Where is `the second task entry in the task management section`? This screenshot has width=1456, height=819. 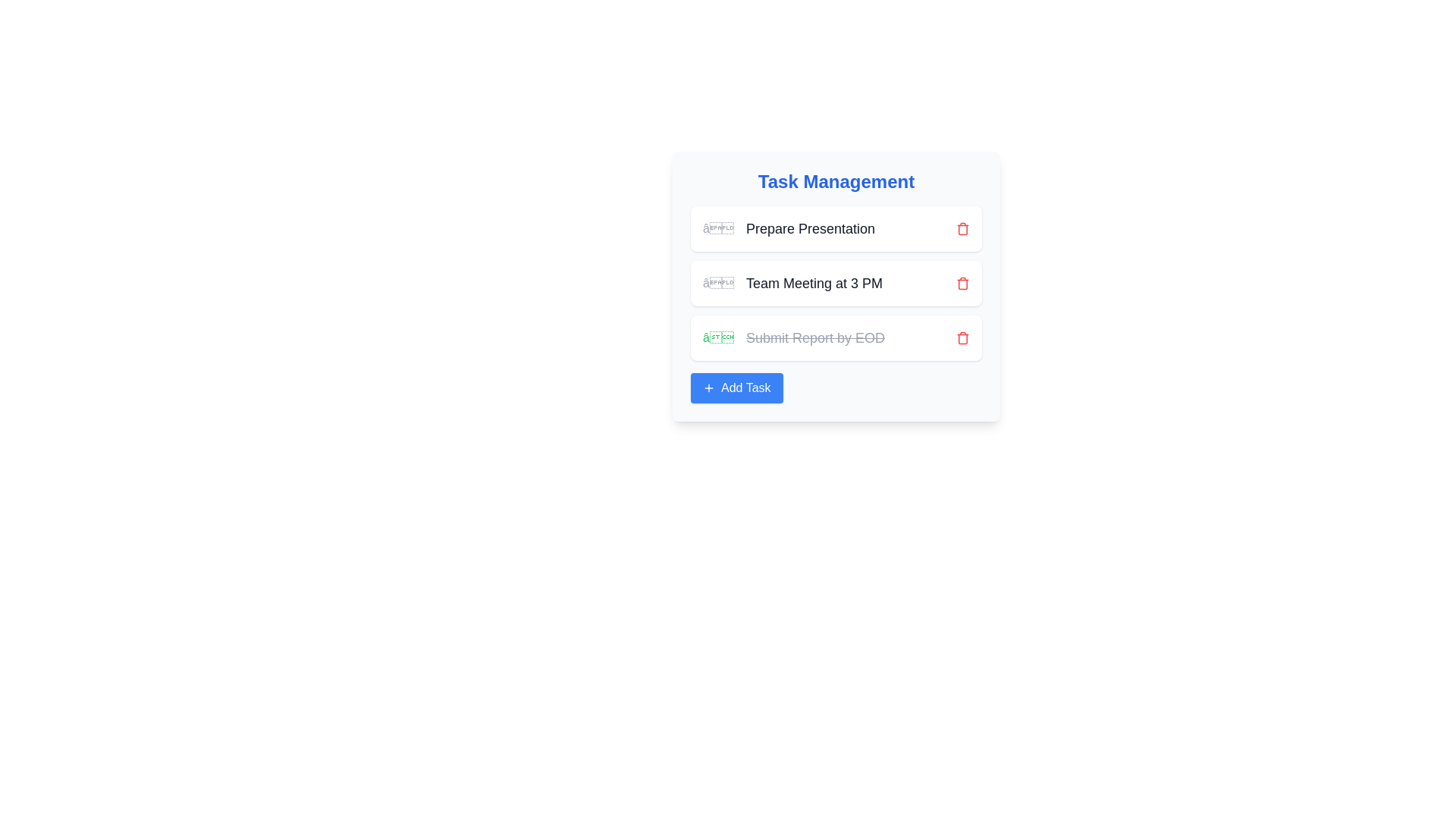 the second task entry in the task management section is located at coordinates (792, 284).